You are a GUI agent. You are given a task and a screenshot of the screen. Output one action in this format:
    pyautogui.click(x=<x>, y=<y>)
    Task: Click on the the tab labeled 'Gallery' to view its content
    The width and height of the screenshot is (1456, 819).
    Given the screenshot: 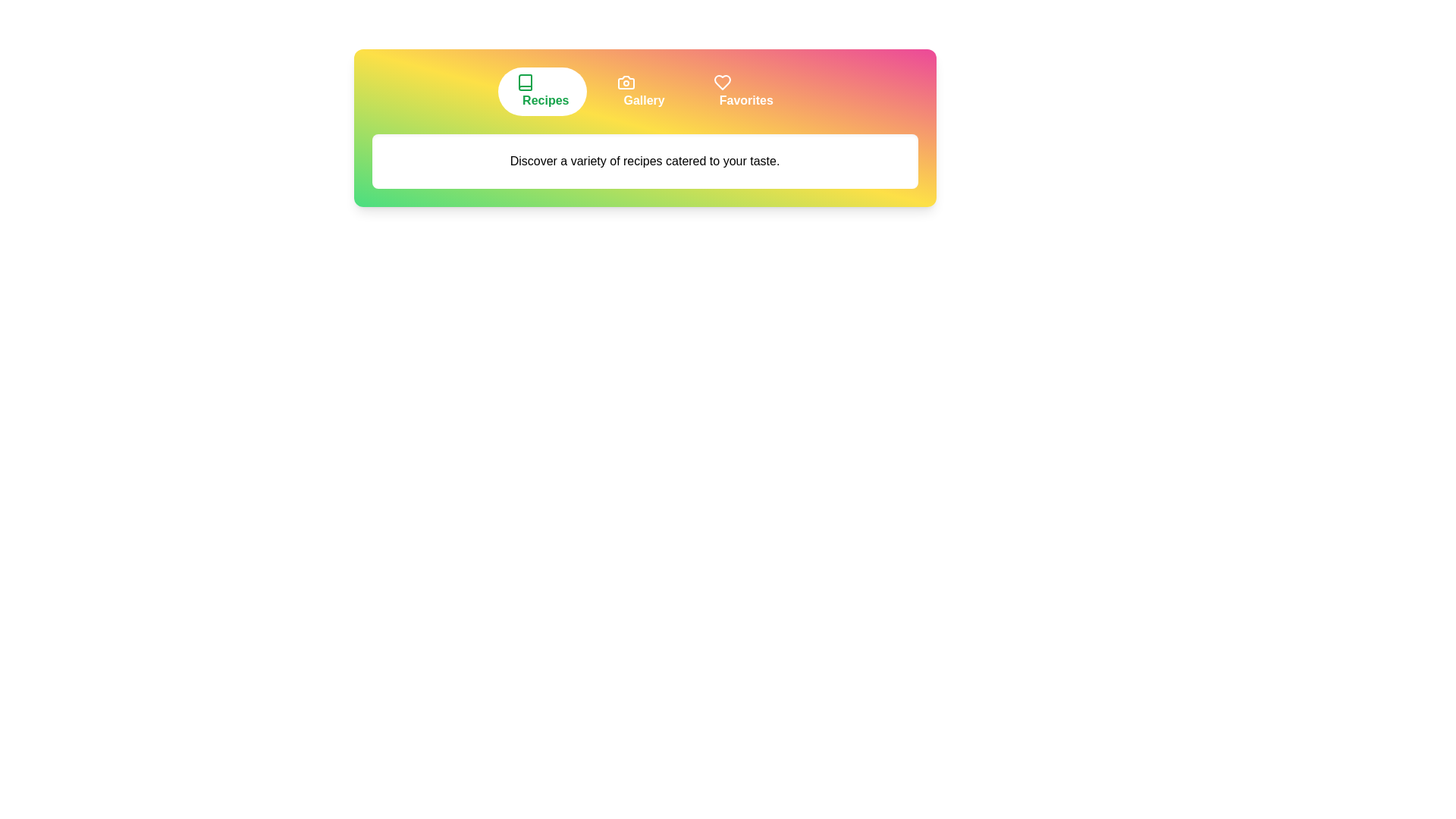 What is the action you would take?
    pyautogui.click(x=640, y=91)
    